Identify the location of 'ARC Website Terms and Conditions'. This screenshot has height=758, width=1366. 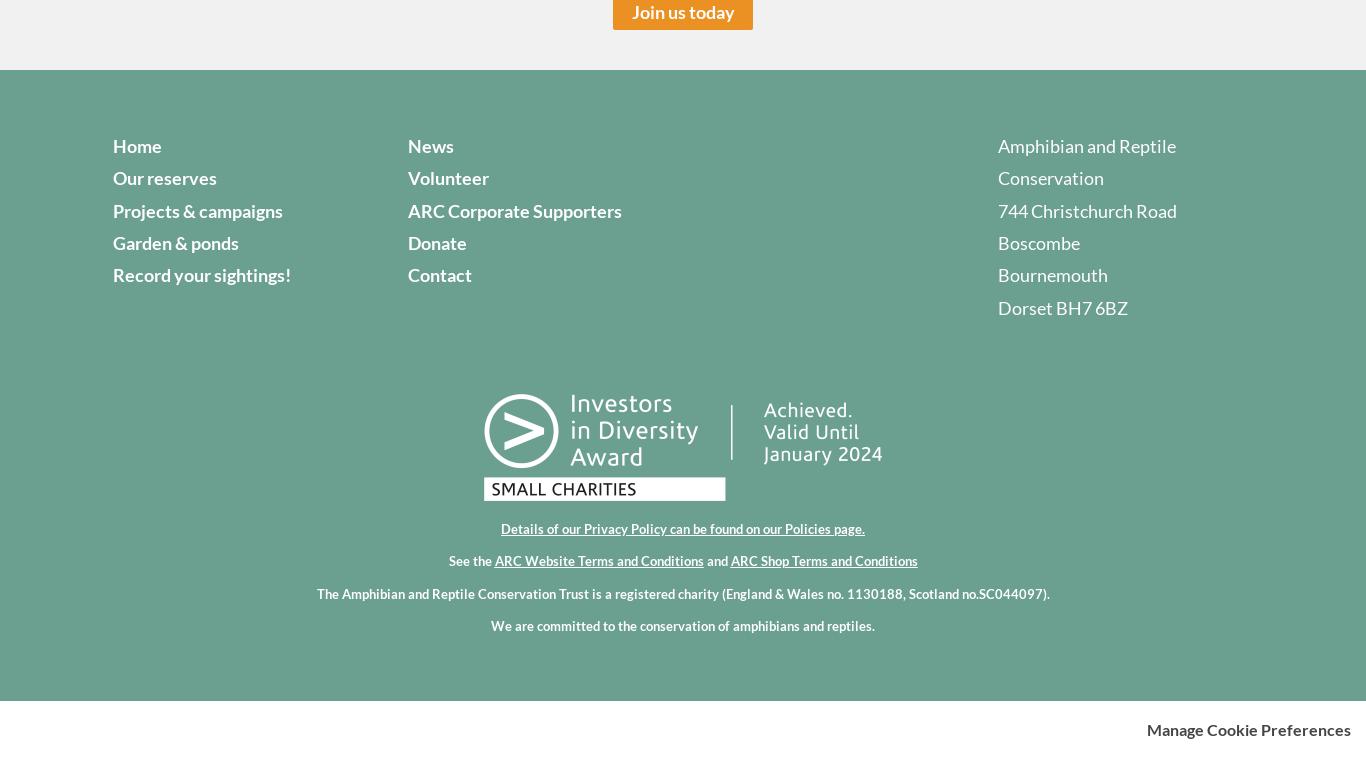
(597, 559).